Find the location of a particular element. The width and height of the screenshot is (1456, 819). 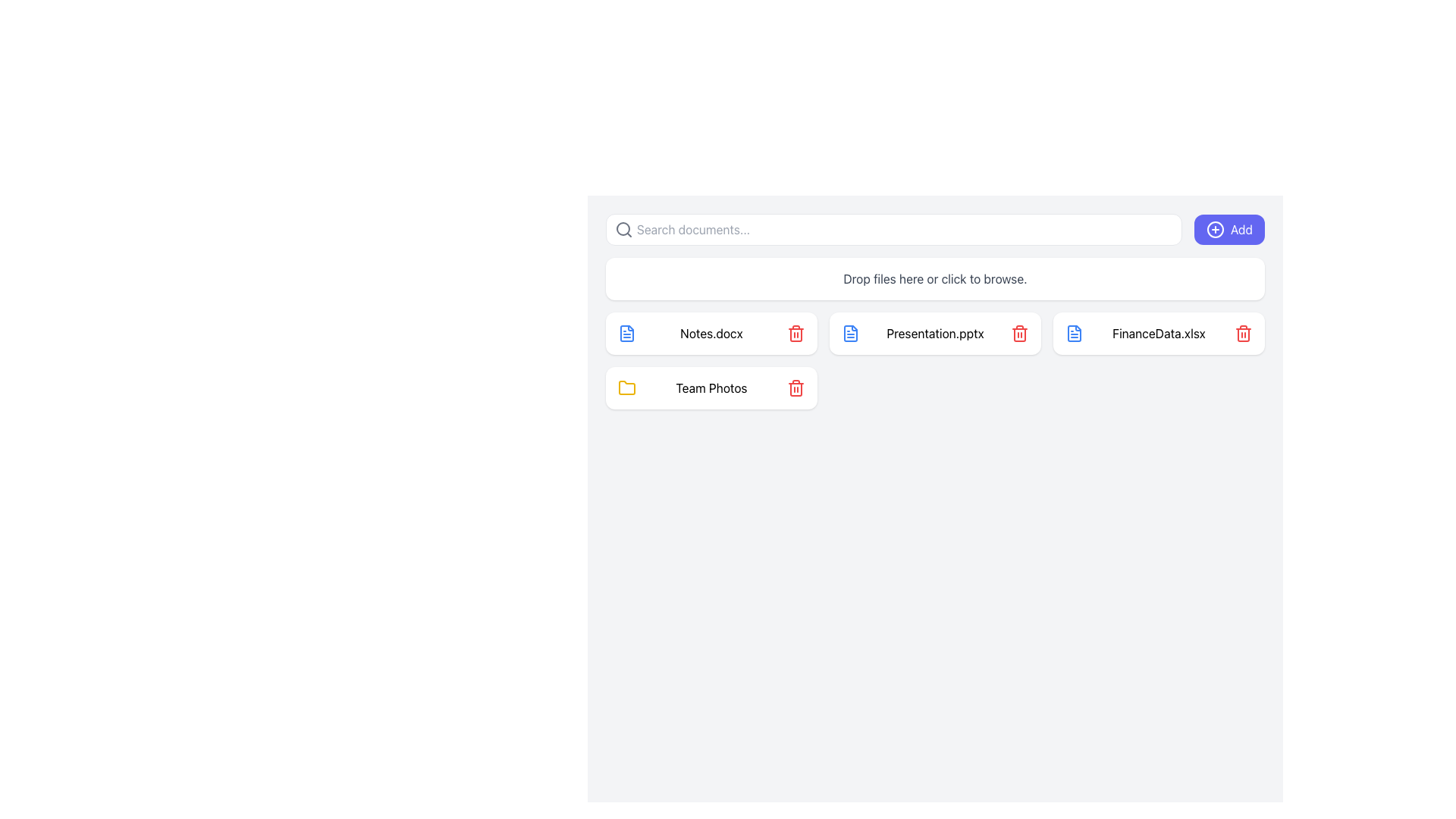

the magnifying glass icon located to the left of the 'Search documents...' input field to initiate a search action is located at coordinates (623, 230).